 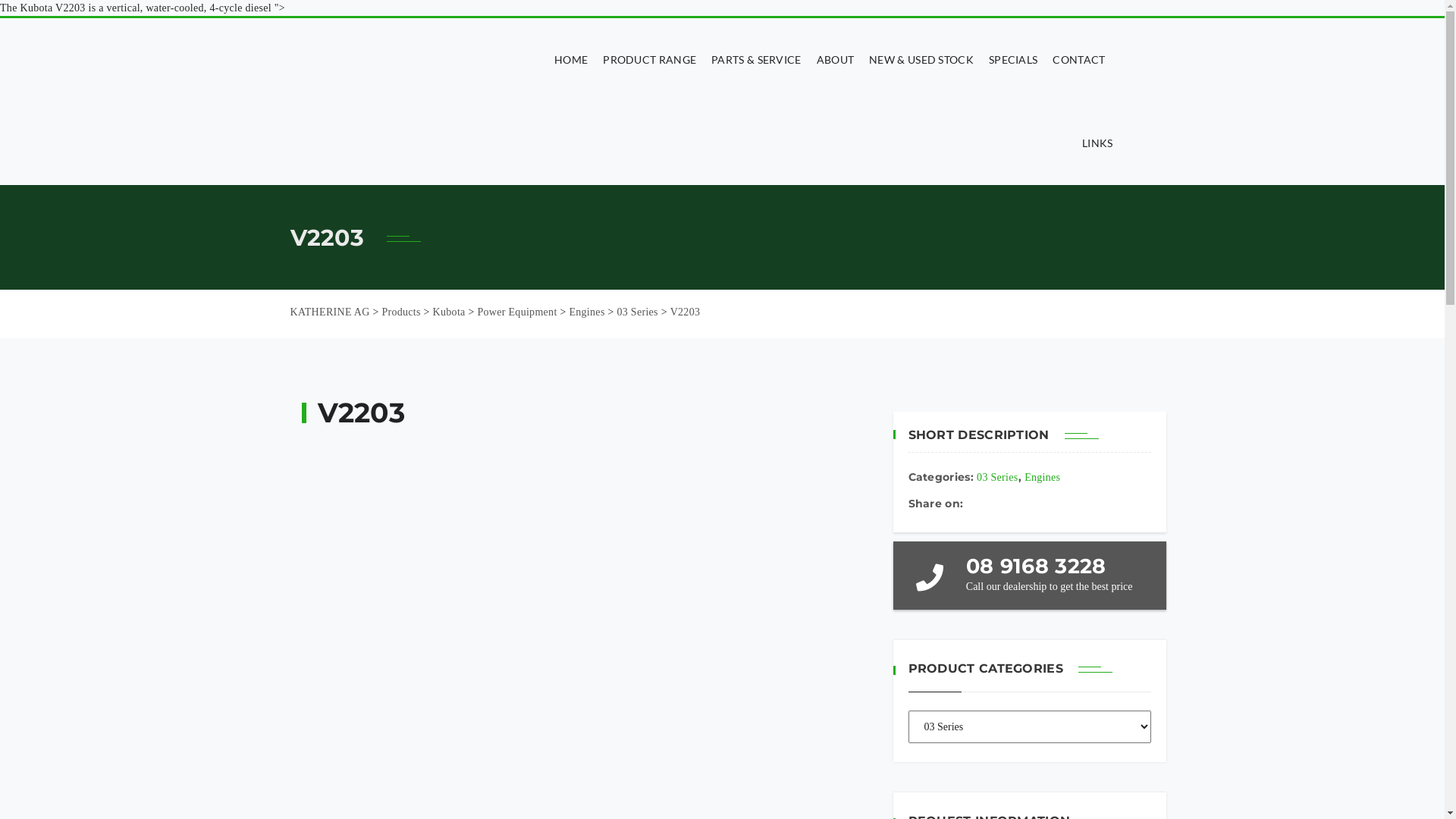 I want to click on 'Engines', so click(x=1041, y=476).